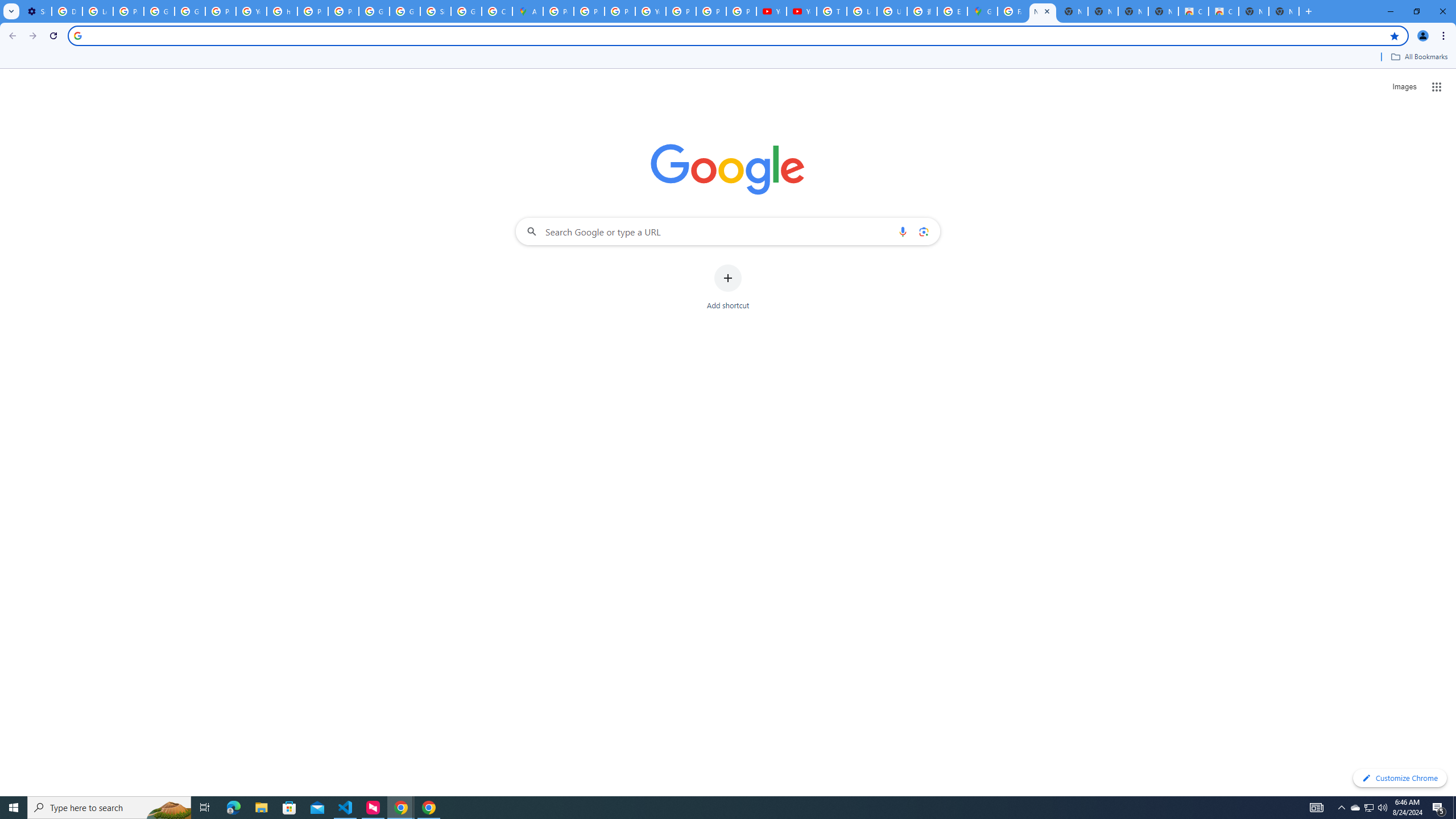 This screenshot has height=819, width=1456. Describe the element at coordinates (771, 11) in the screenshot. I see `'YouTube'` at that location.